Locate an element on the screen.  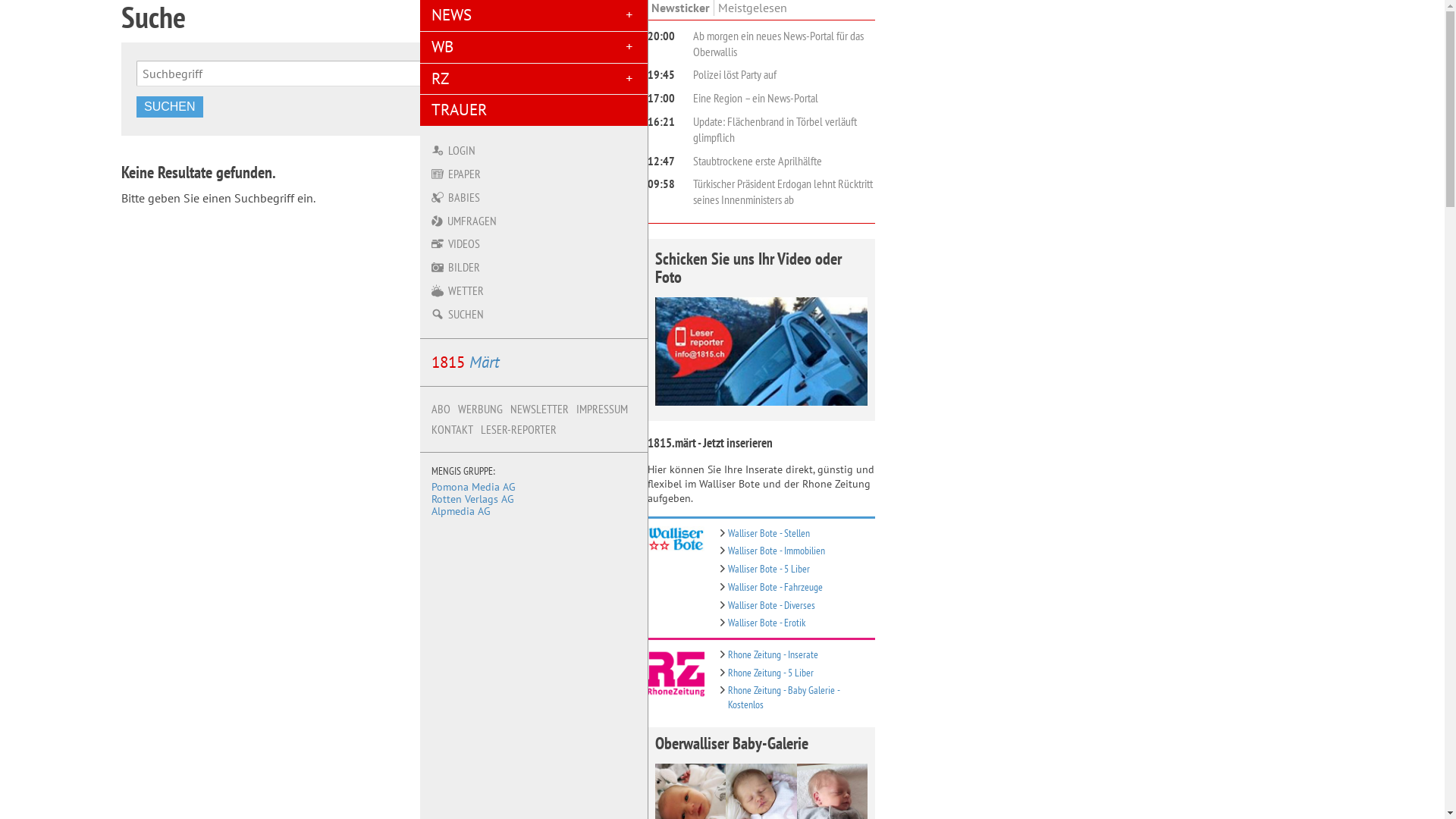
'Rotten Verlags AG' is located at coordinates (431, 499).